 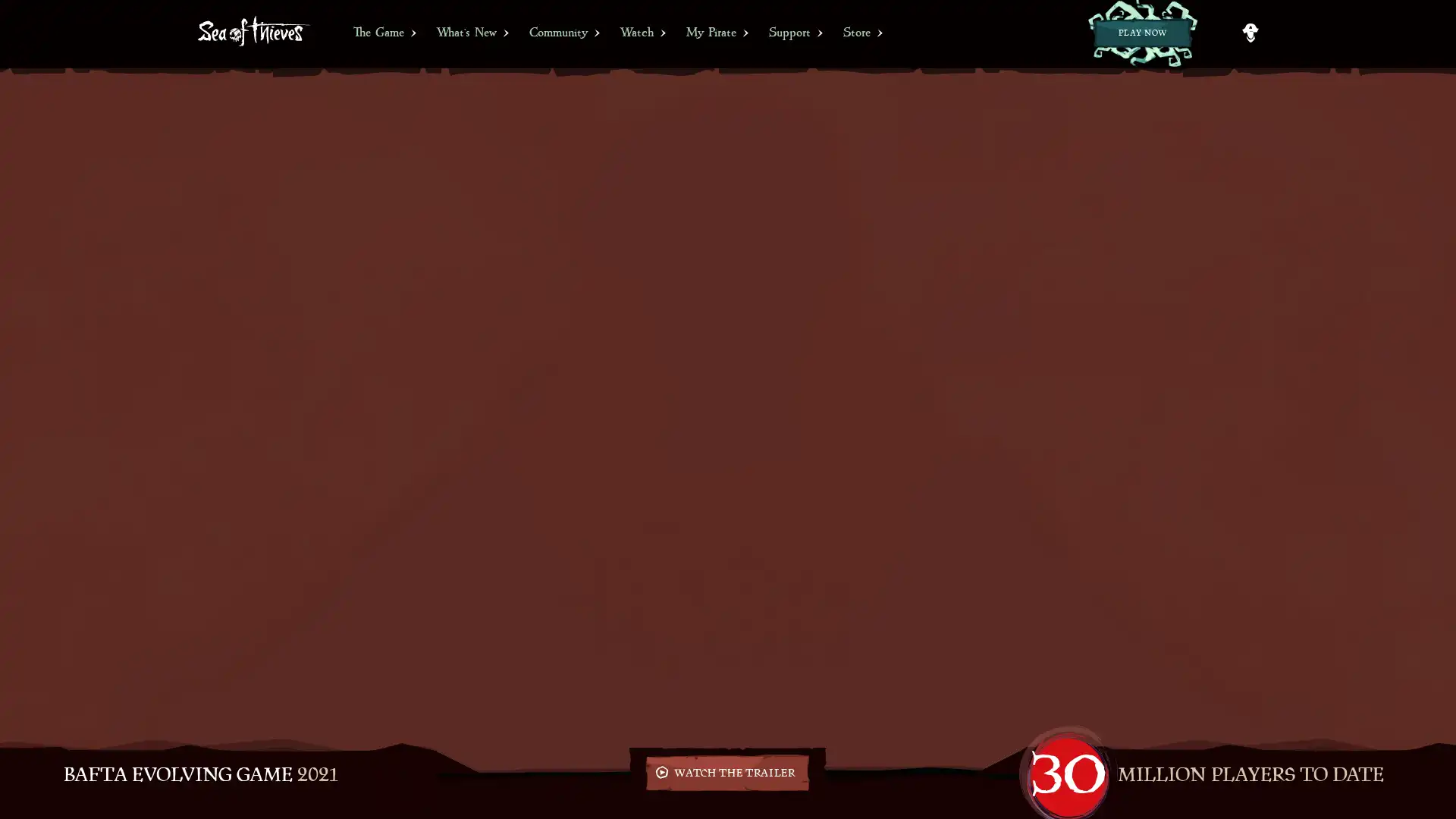 I want to click on Account, so click(x=1250, y=33).